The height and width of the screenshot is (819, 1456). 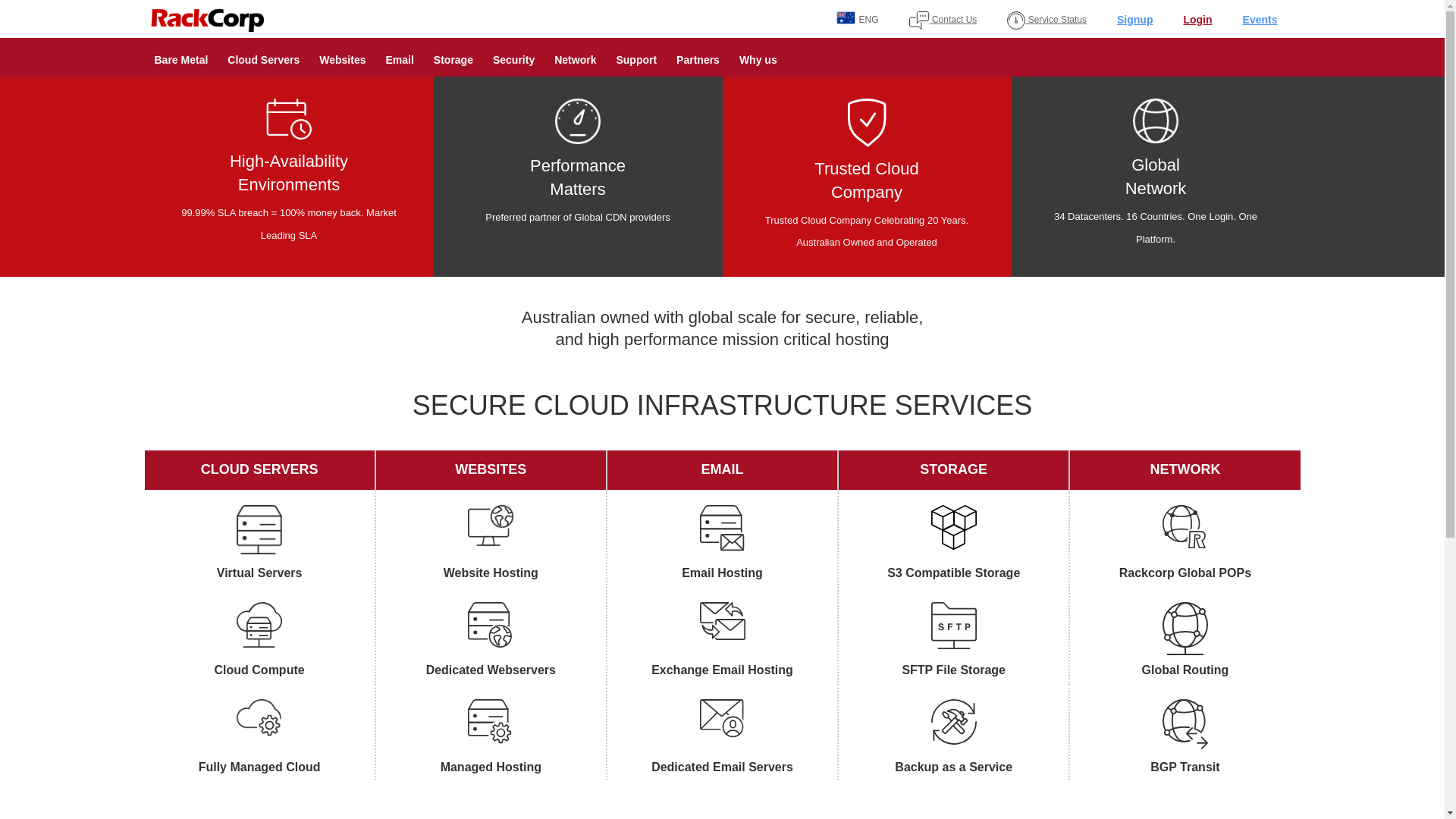 What do you see at coordinates (259, 639) in the screenshot?
I see `'Cloud Compute'` at bounding box center [259, 639].